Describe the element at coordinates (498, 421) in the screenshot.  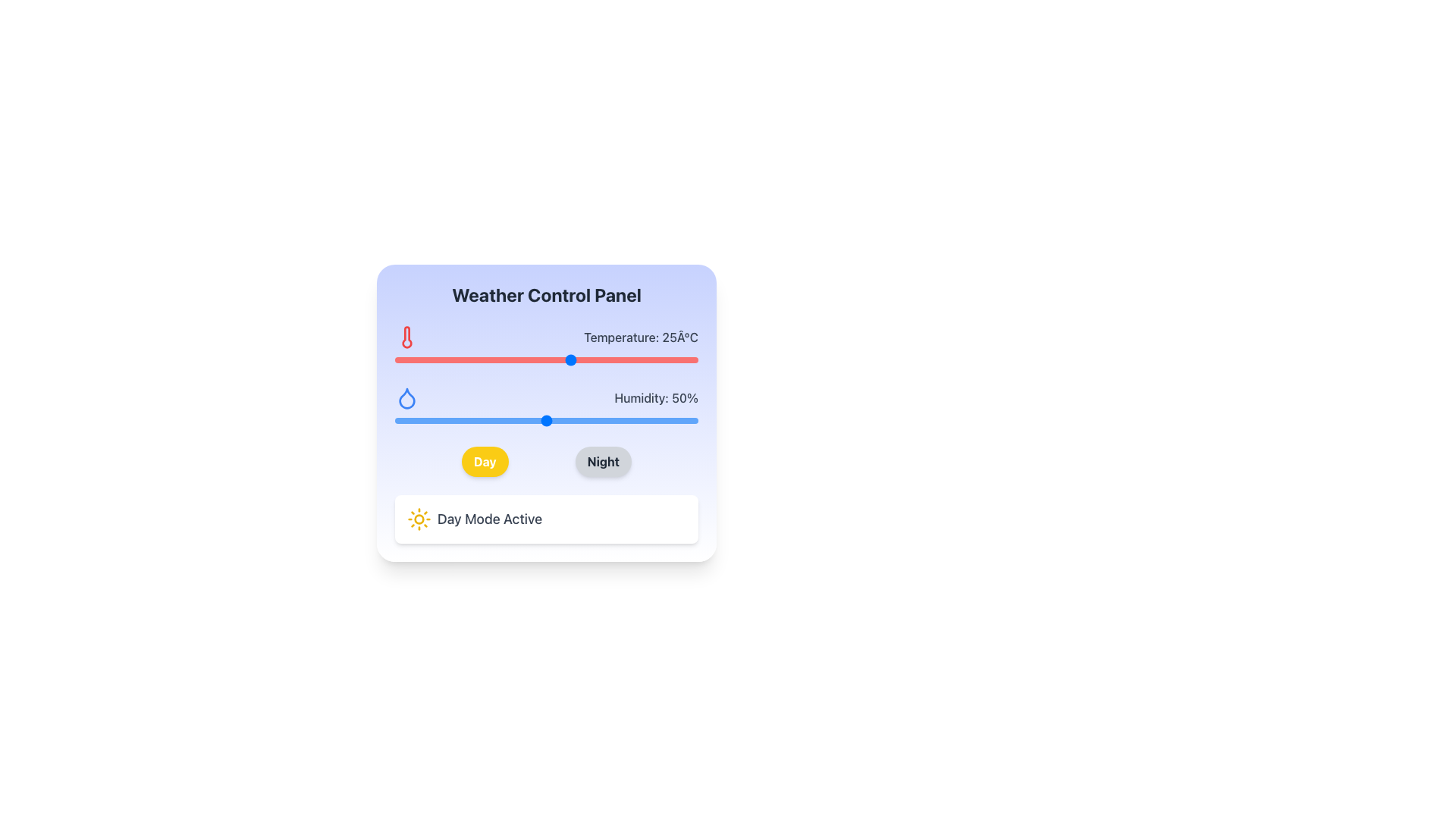
I see `humidity level` at that location.